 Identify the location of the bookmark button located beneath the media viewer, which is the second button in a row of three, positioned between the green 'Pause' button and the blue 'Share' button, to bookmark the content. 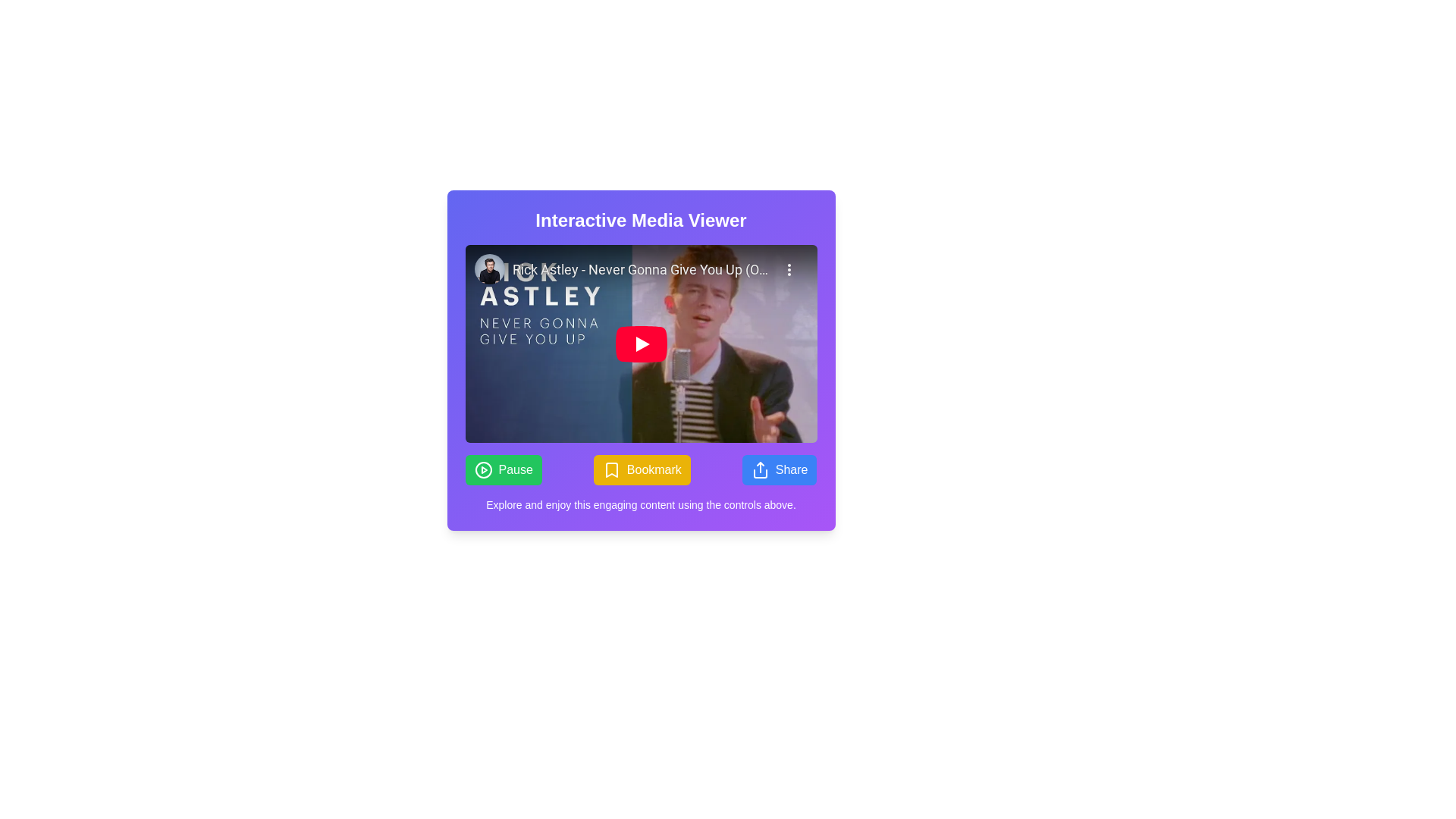
(642, 469).